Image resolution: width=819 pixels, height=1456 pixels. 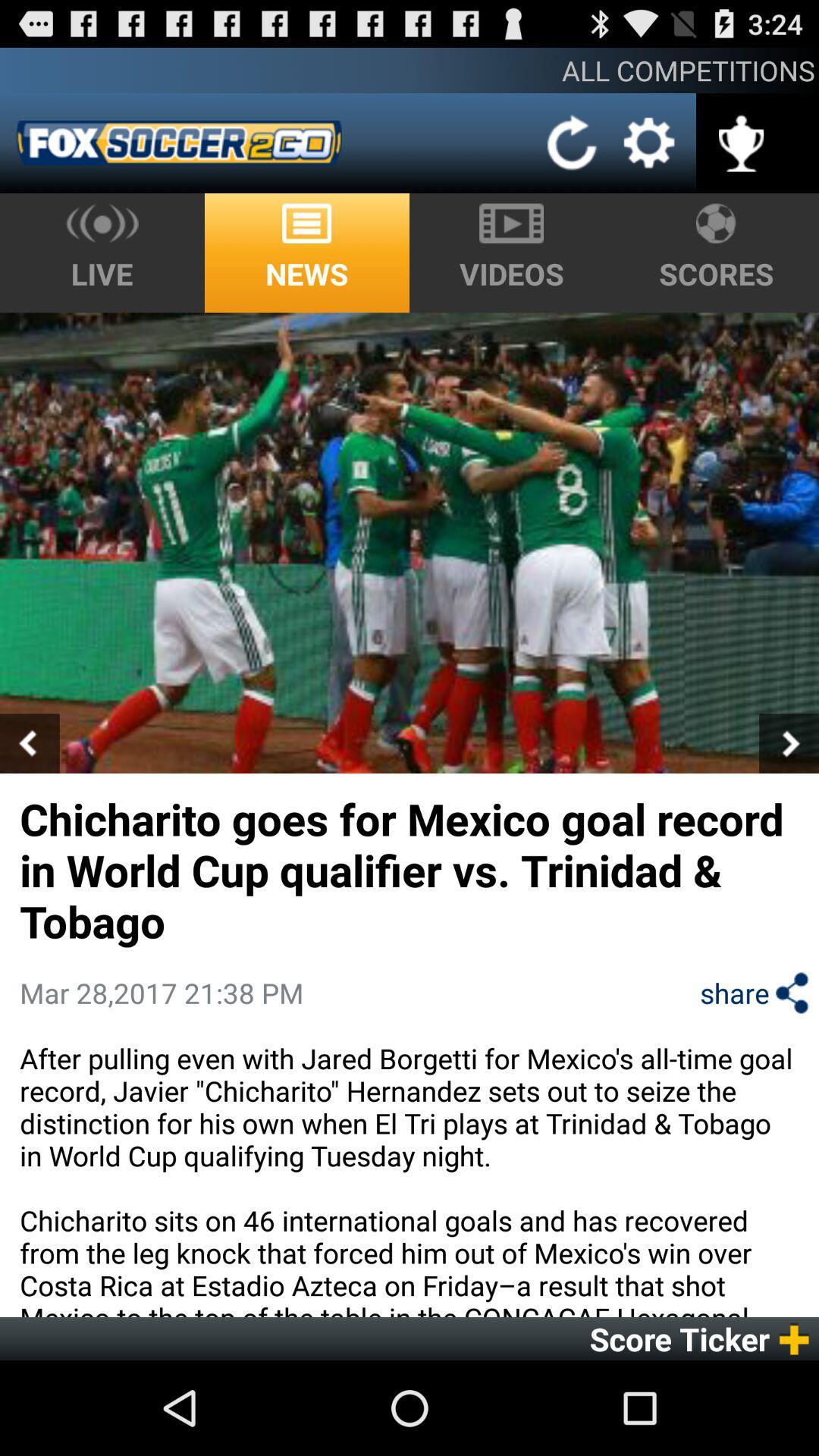 What do you see at coordinates (409, 1178) in the screenshot?
I see `the icon at the bottom` at bounding box center [409, 1178].